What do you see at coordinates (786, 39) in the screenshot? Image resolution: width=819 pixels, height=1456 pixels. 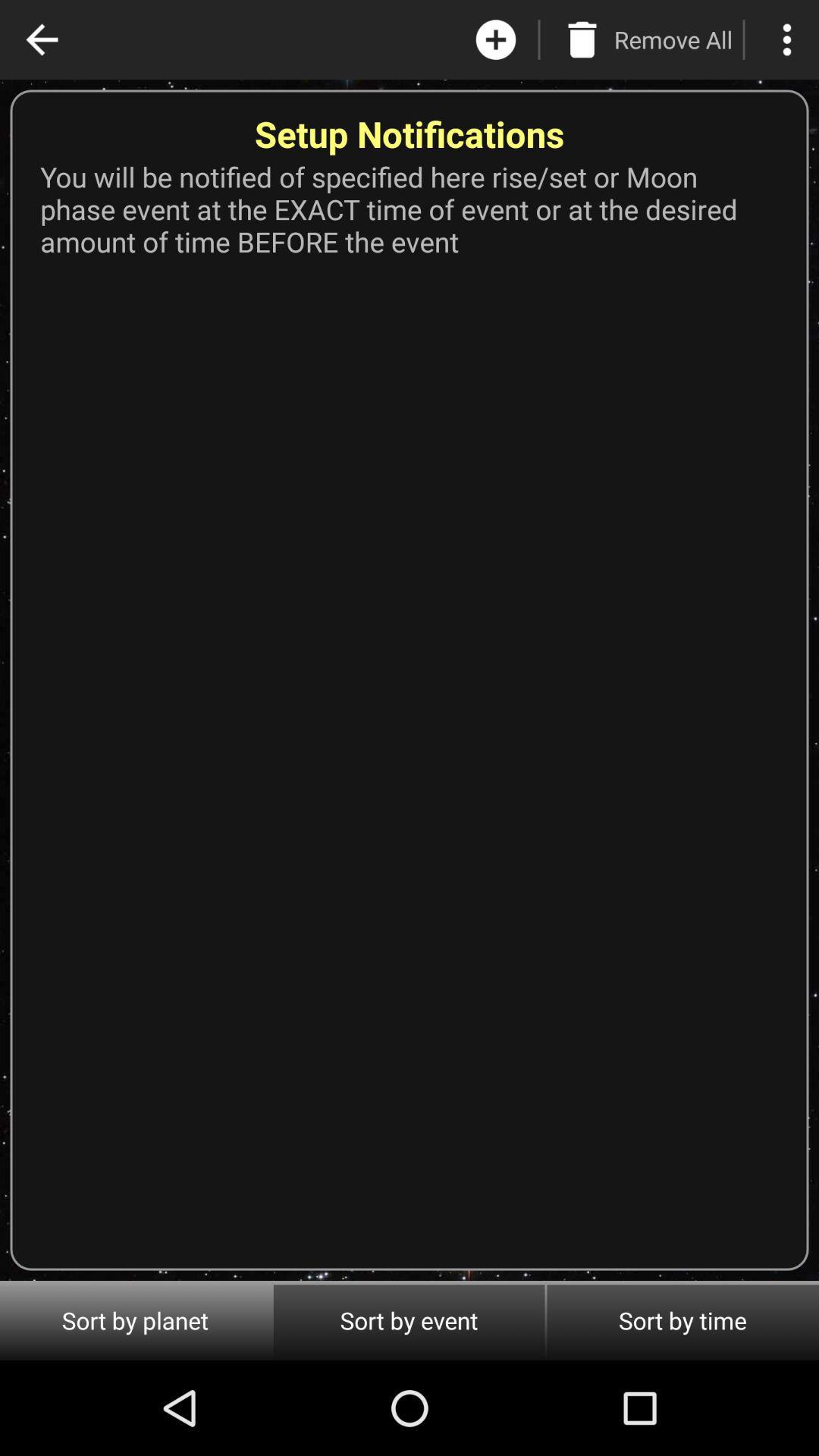 I see `see the menu` at bounding box center [786, 39].